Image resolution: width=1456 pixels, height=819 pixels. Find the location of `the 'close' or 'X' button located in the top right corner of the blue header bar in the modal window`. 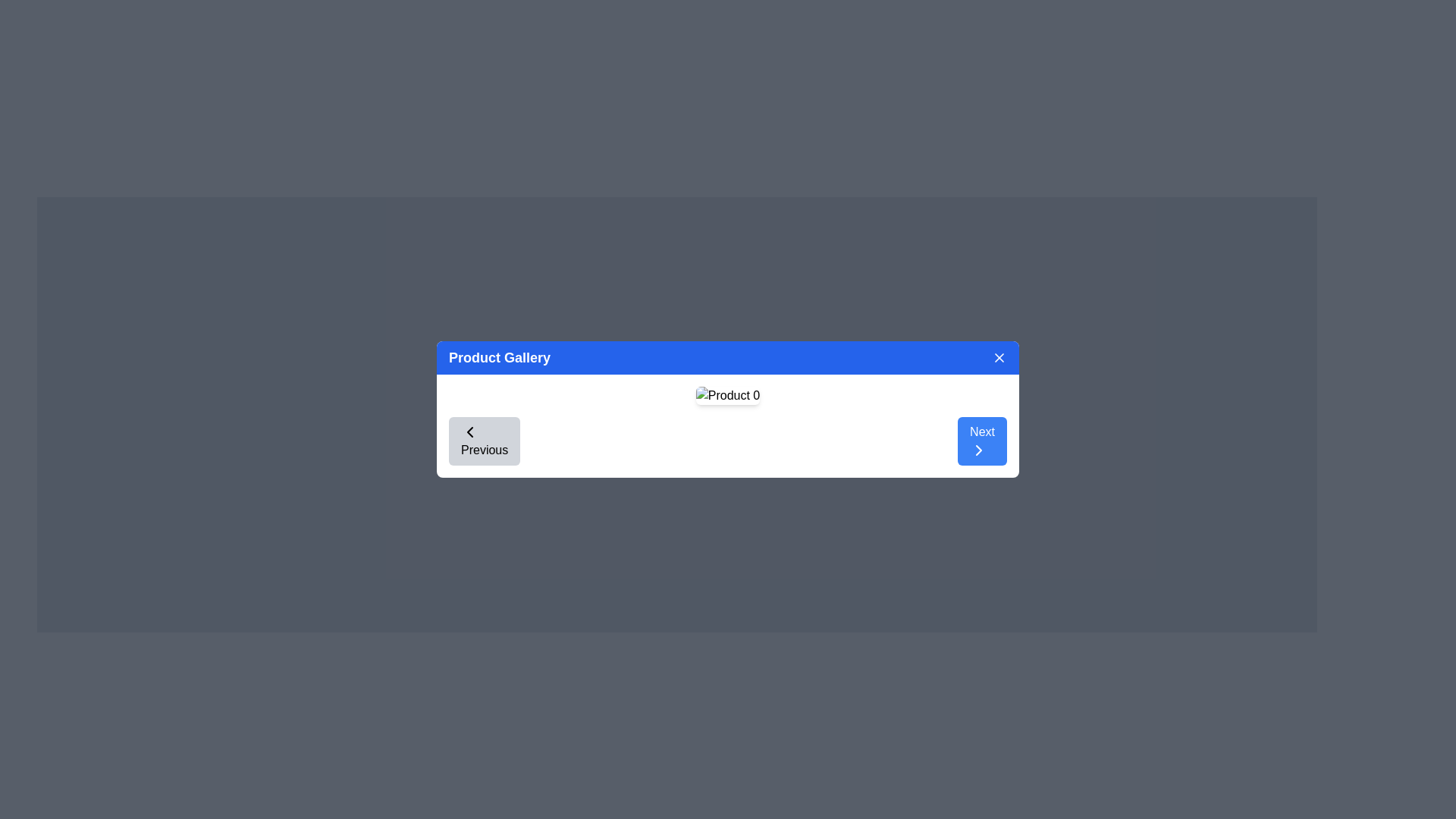

the 'close' or 'X' button located in the top right corner of the blue header bar in the modal window is located at coordinates (999, 357).